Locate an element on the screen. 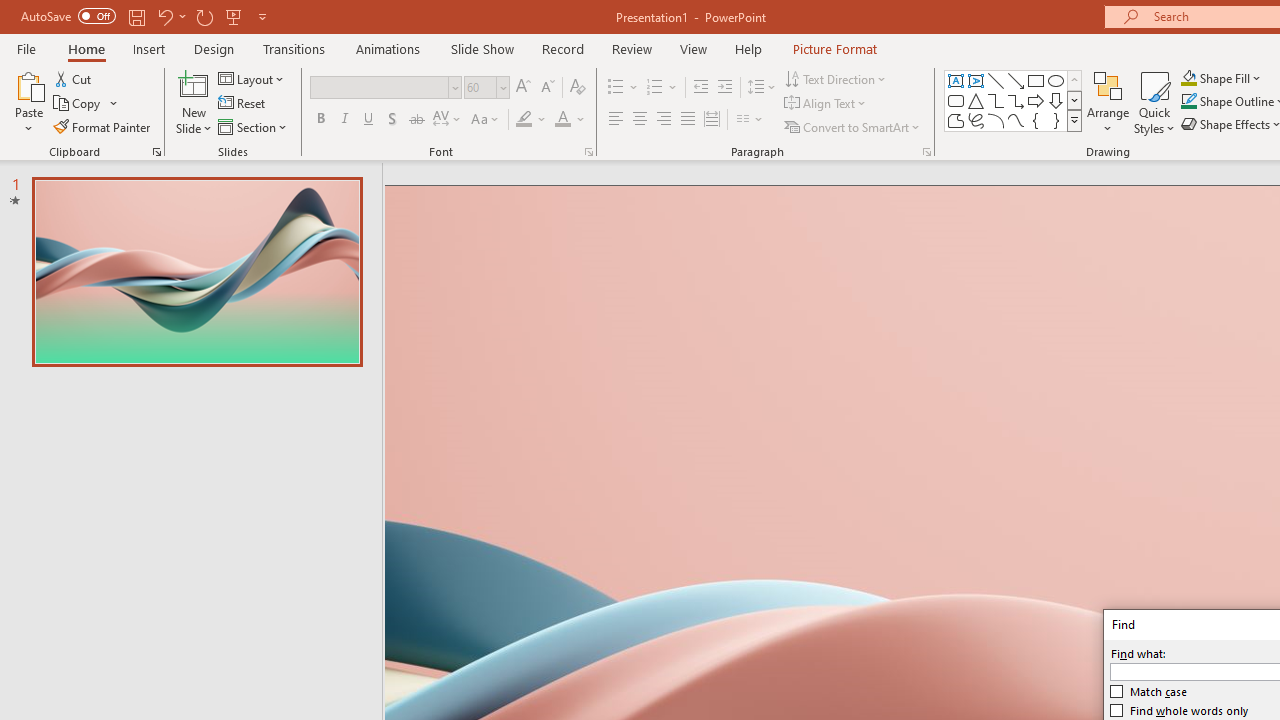 The image size is (1280, 720). 'Isosceles Triangle' is located at coordinates (976, 100).